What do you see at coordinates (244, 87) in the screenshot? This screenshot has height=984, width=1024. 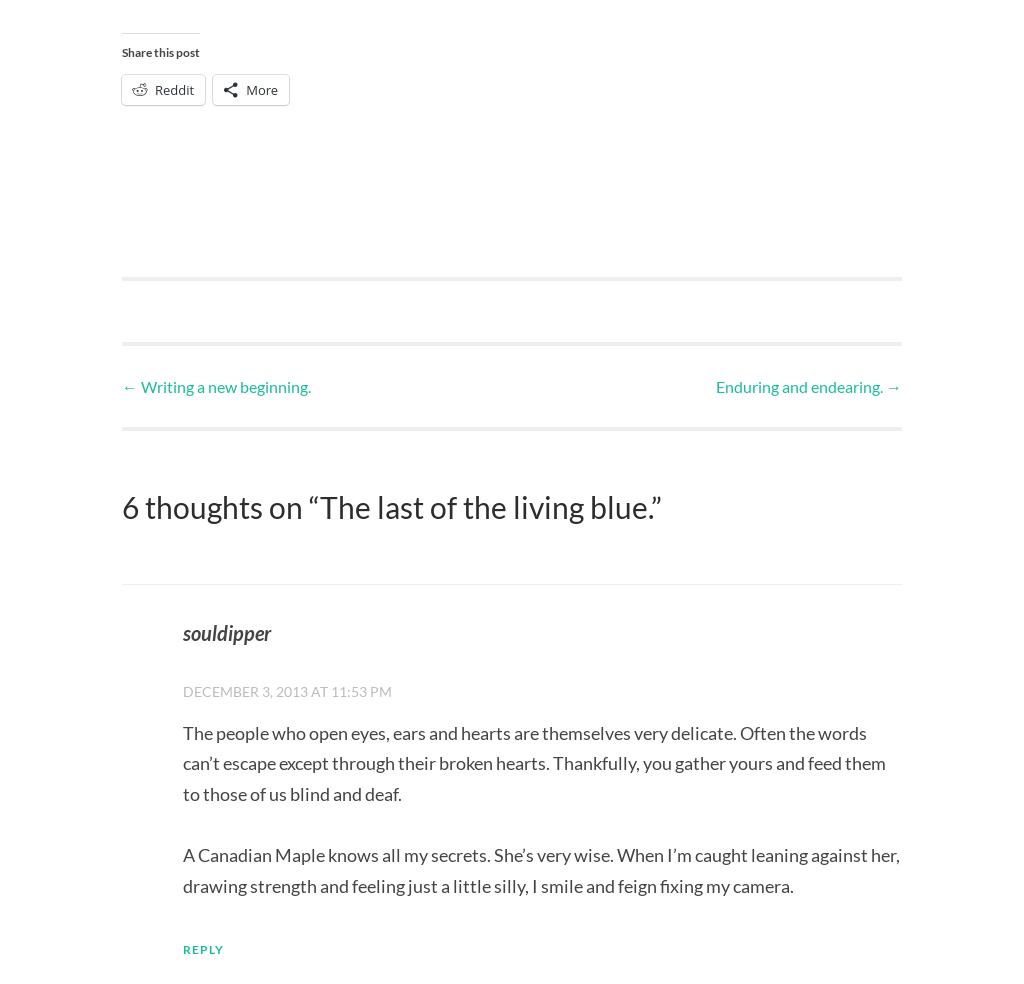 I see `'More'` at bounding box center [244, 87].